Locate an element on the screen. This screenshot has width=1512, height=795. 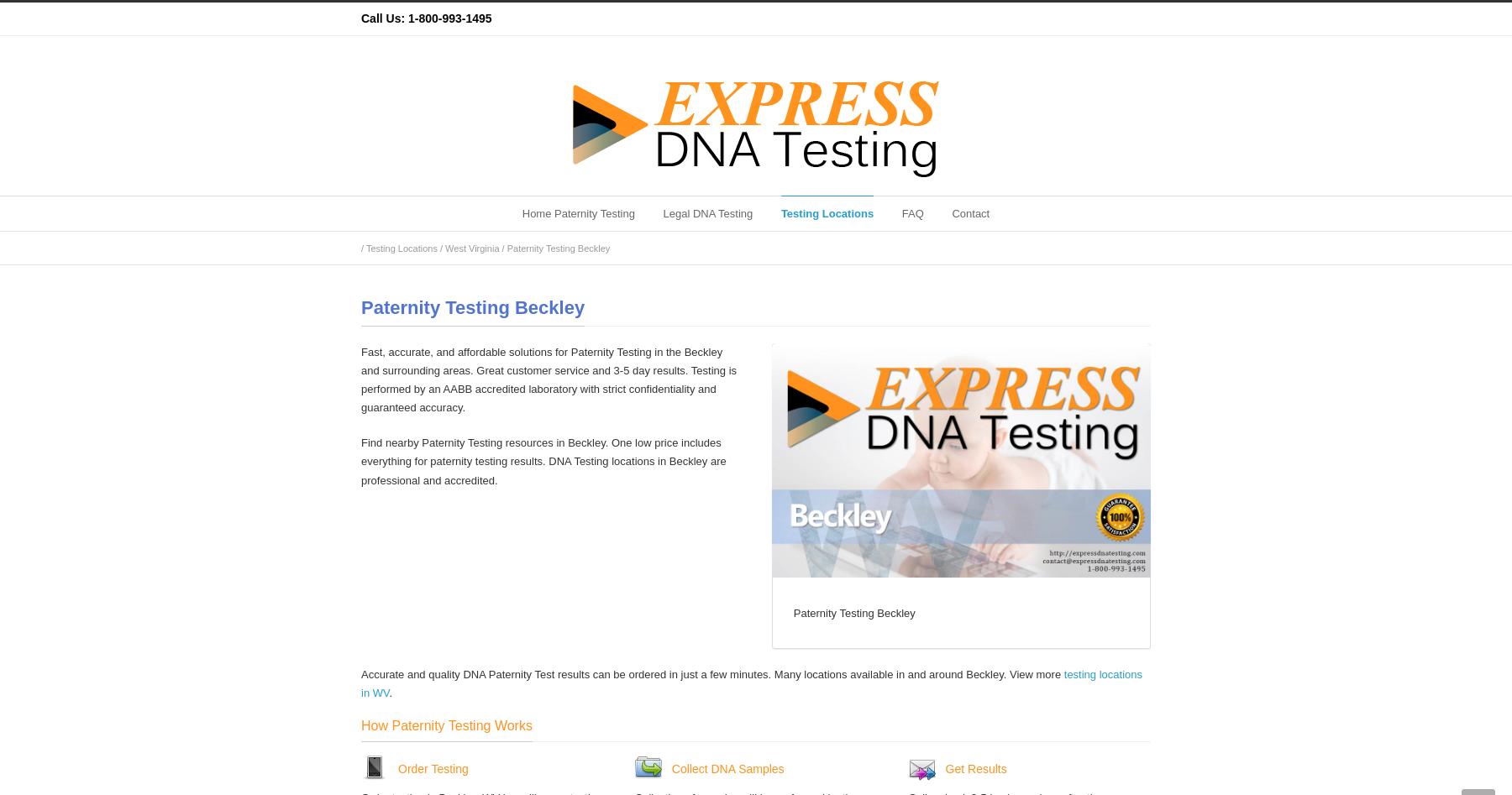
'testing locations in WV' is located at coordinates (361, 683).